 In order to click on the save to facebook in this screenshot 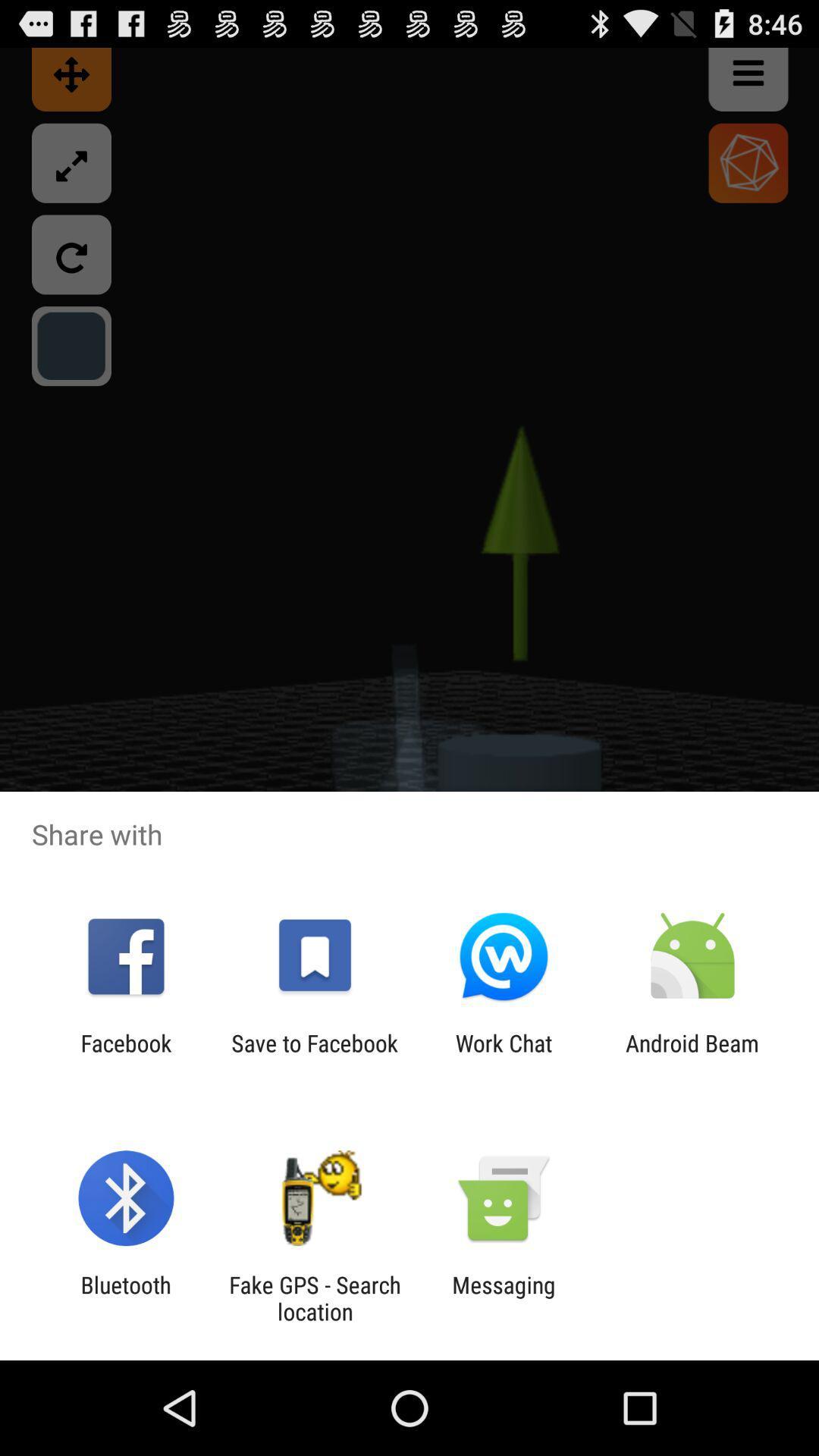, I will do `click(314, 1056)`.